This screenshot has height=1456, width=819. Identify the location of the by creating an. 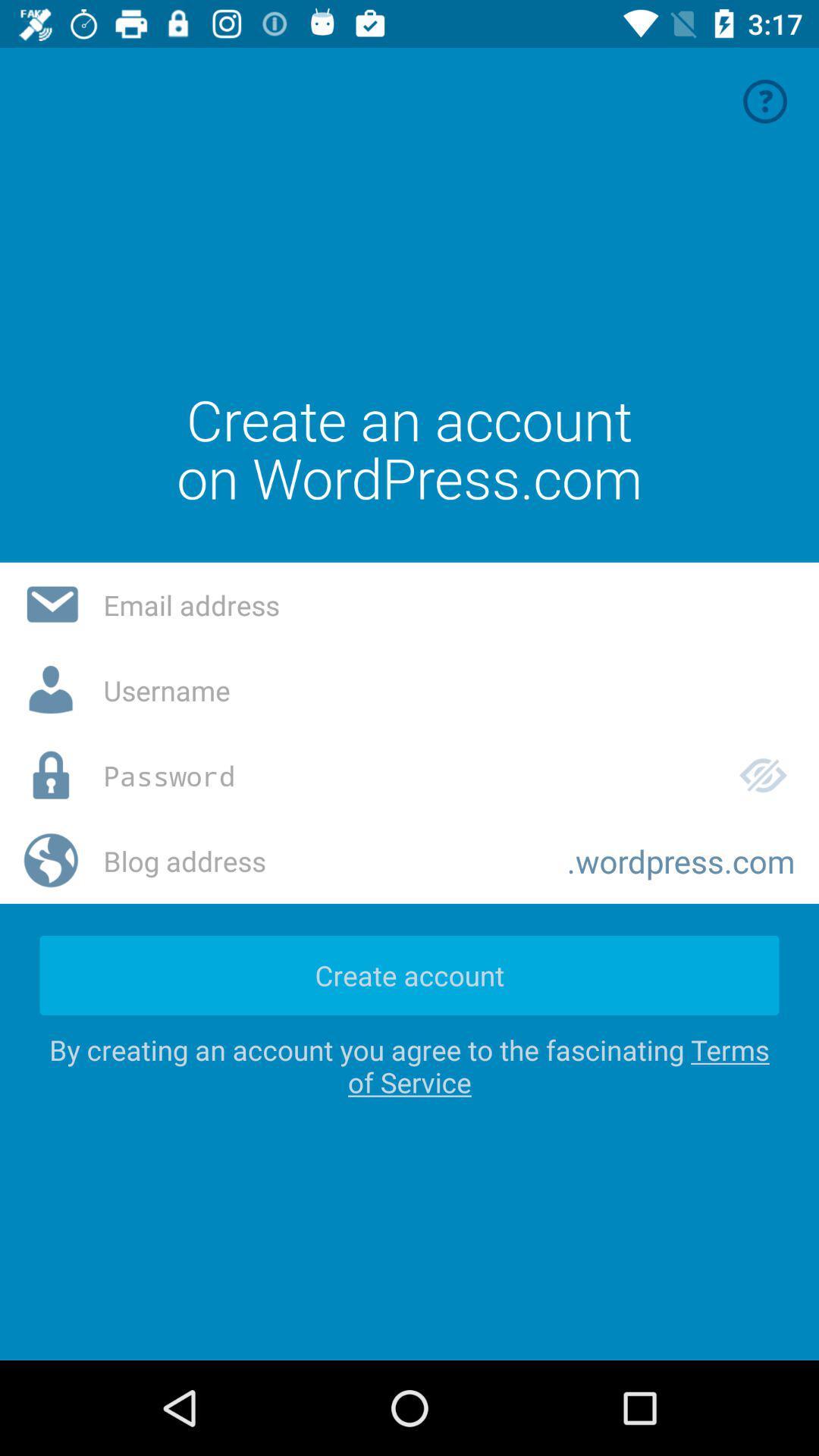
(409, 1065).